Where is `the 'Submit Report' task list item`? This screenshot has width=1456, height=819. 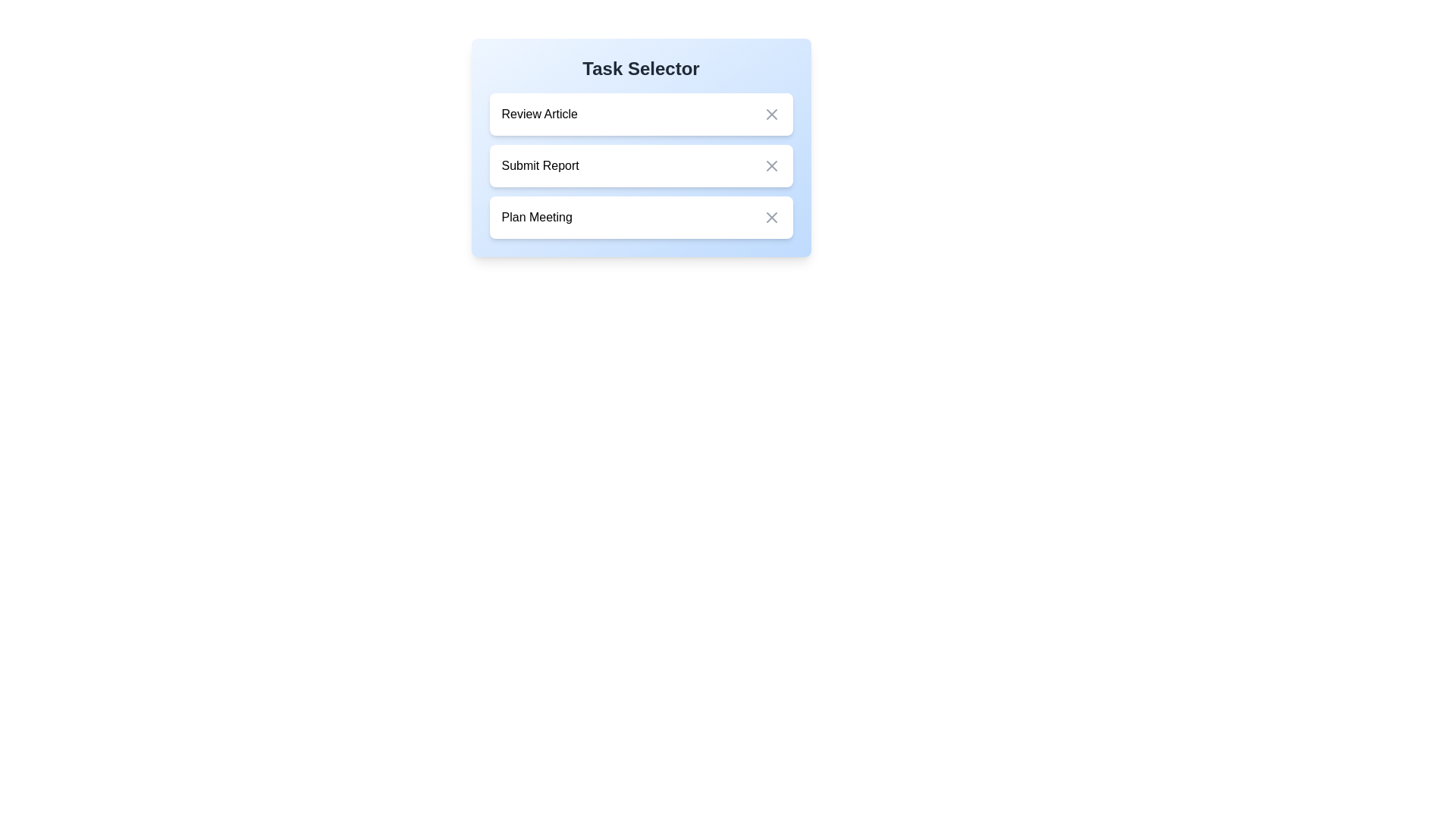 the 'Submit Report' task list item is located at coordinates (641, 166).